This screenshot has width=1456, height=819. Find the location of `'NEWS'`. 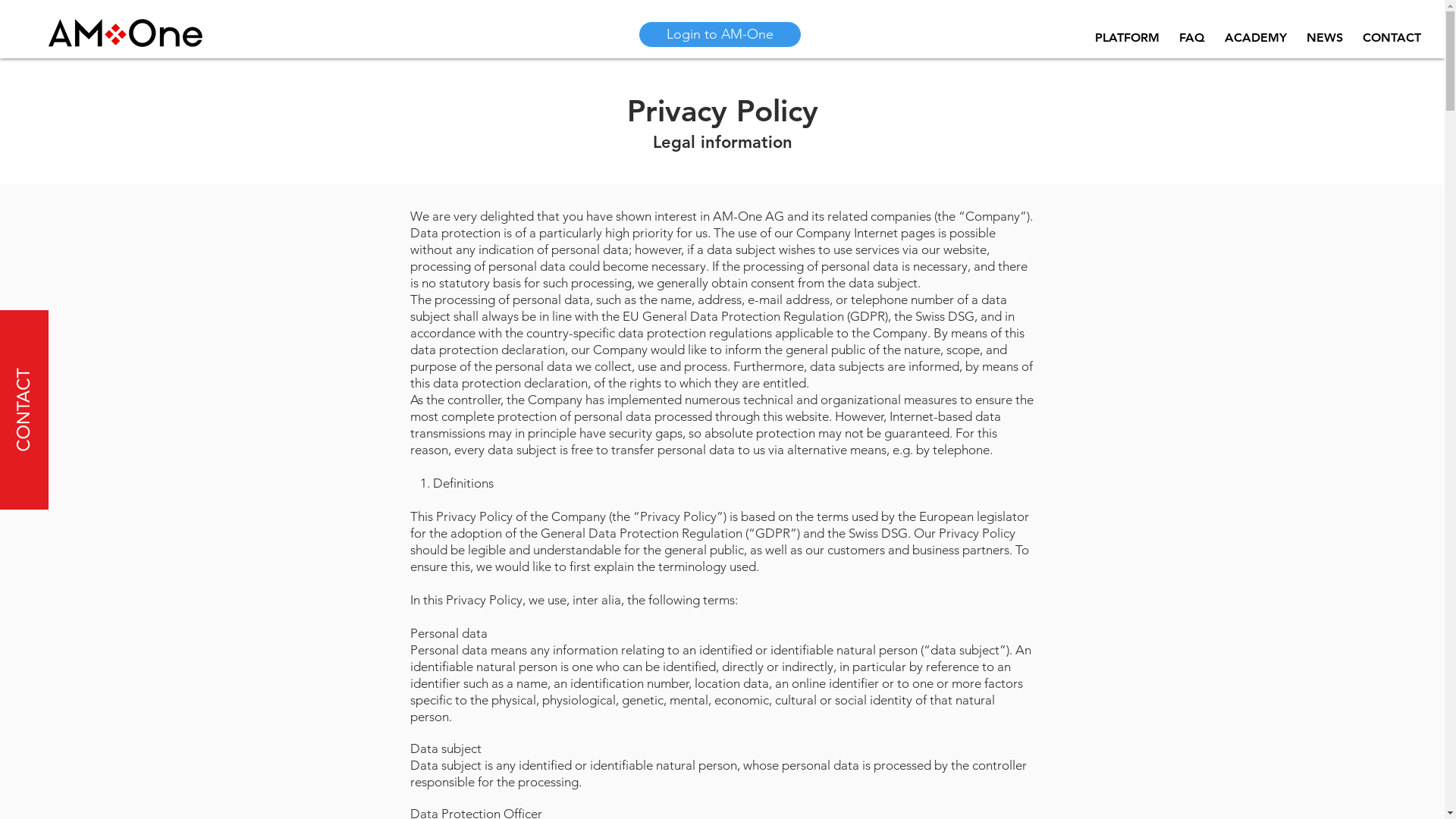

'NEWS' is located at coordinates (1324, 37).